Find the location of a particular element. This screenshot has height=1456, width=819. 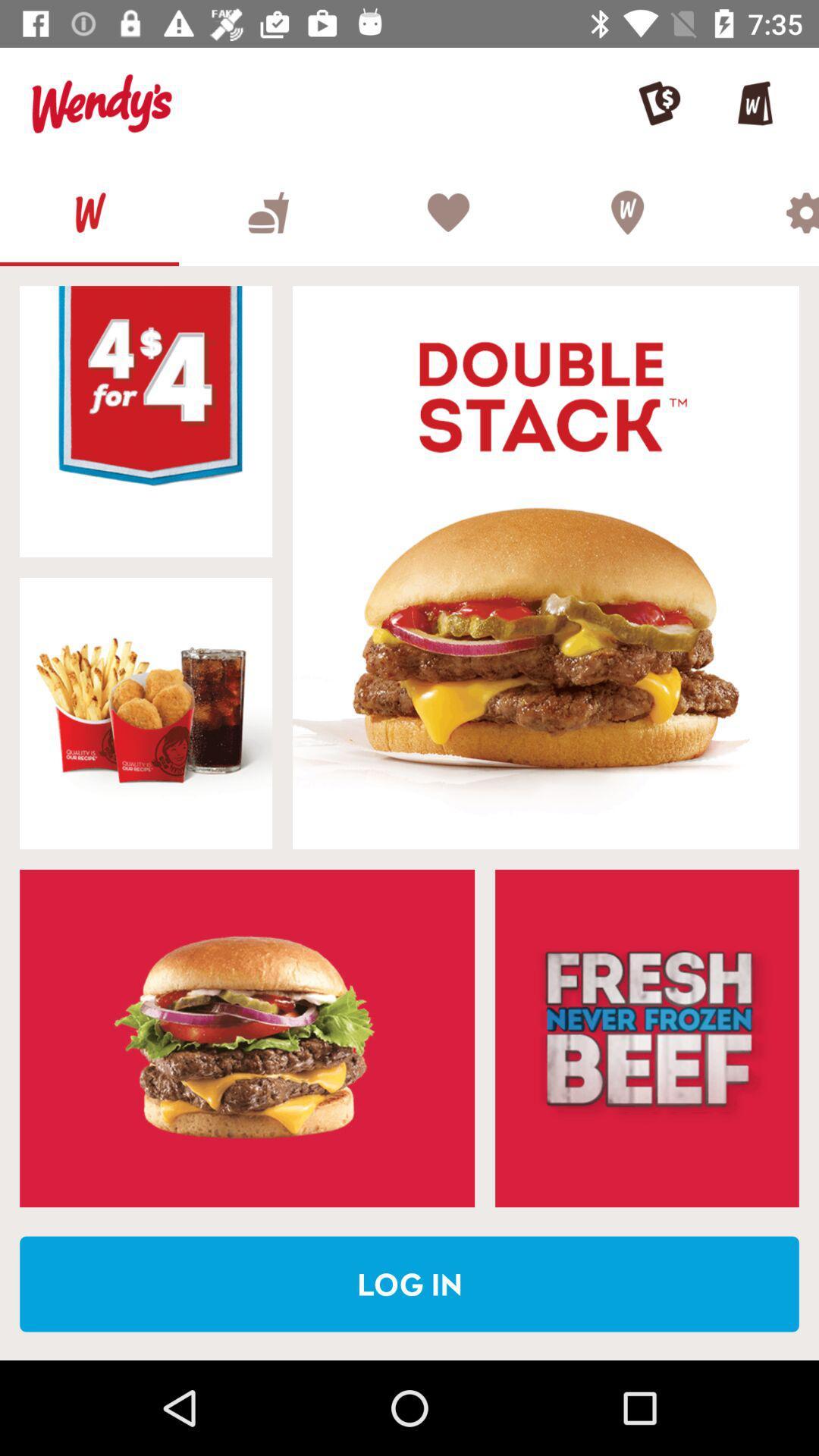

goes to options is located at coordinates (767, 212).